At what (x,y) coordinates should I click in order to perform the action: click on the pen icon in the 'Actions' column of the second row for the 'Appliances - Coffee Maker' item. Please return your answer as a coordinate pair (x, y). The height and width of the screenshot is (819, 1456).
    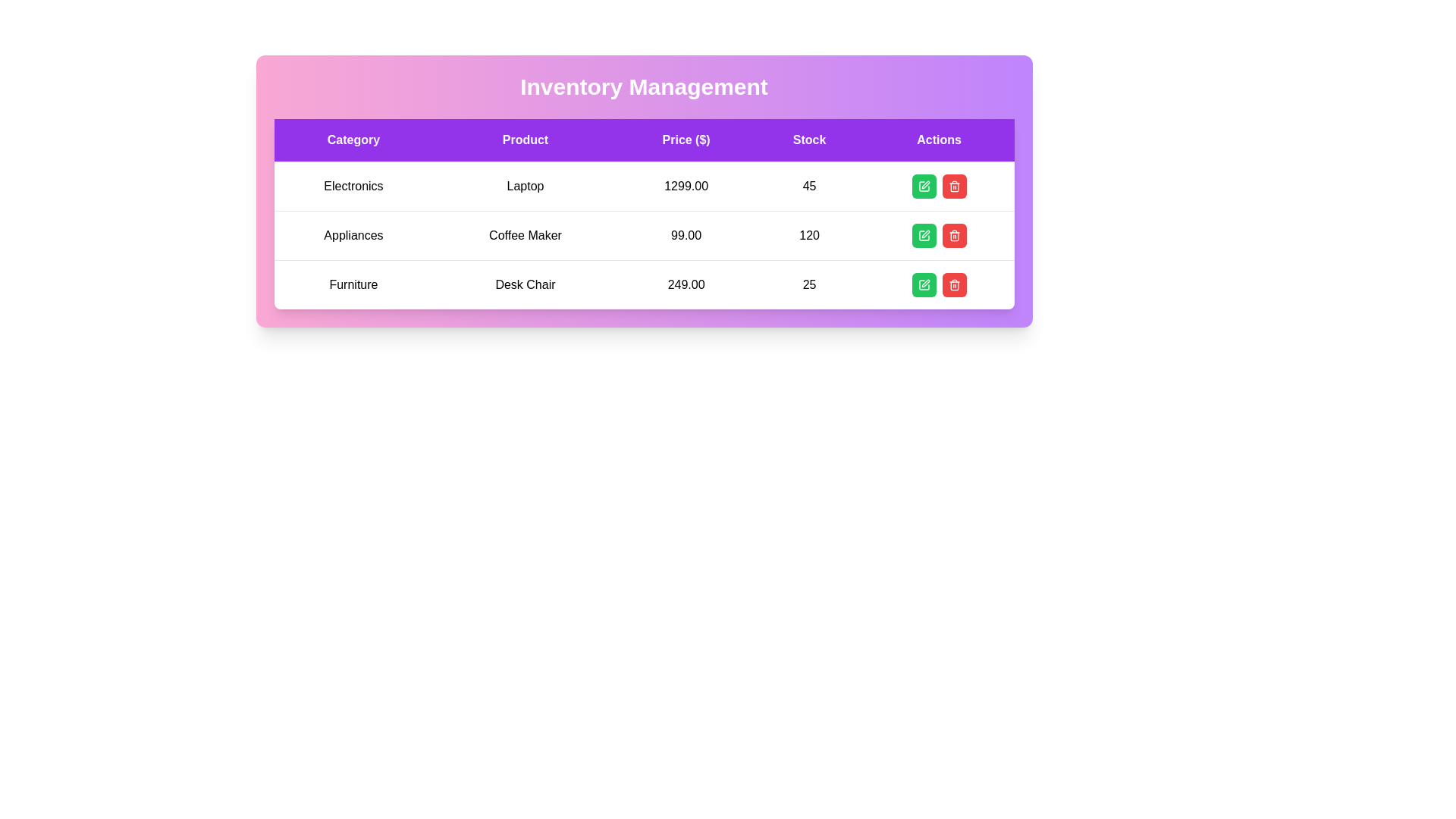
    Looking at the image, I should click on (924, 234).